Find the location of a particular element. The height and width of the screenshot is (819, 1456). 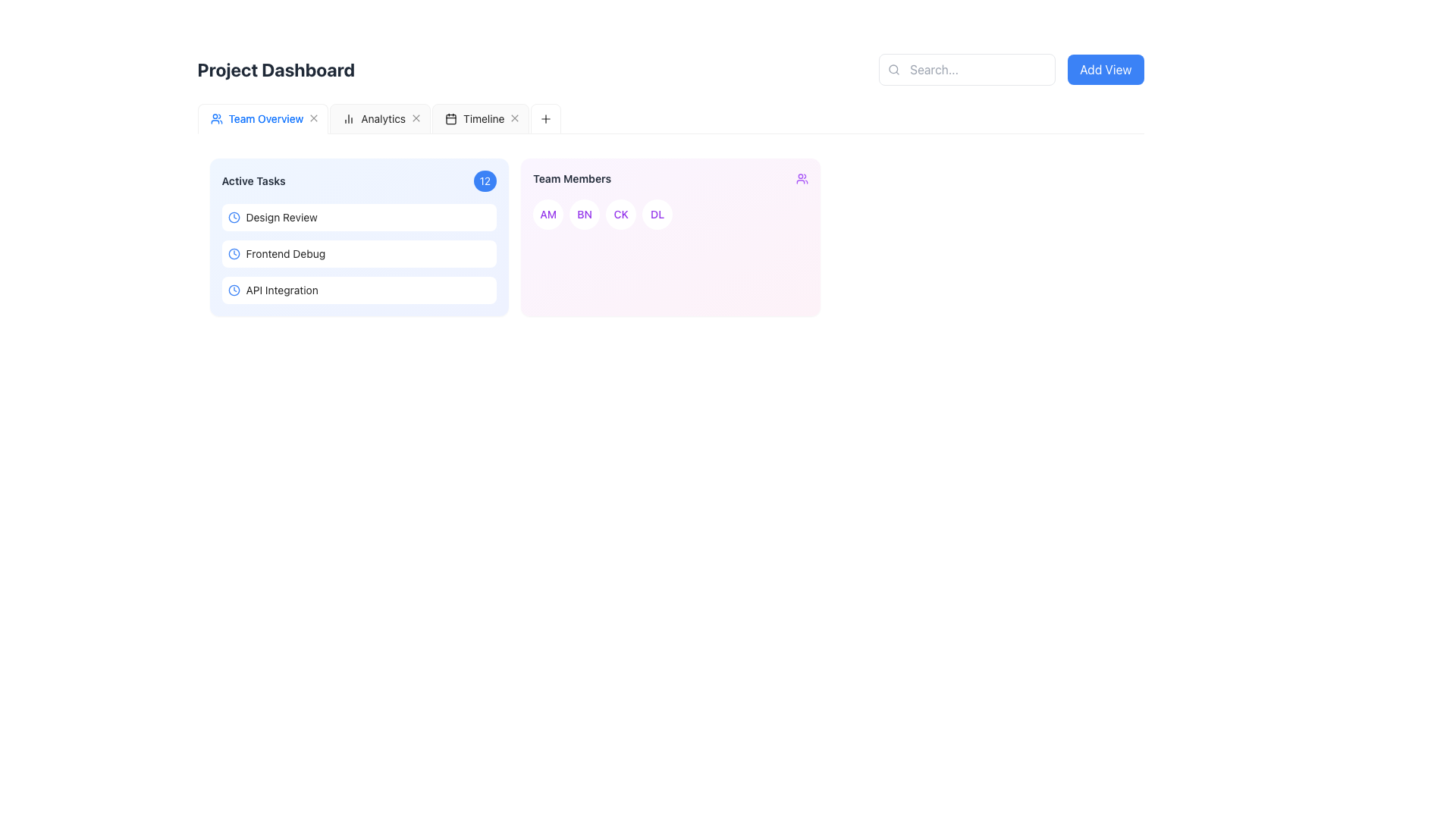

the small circular button with the purple text 'CK' is located at coordinates (621, 214).